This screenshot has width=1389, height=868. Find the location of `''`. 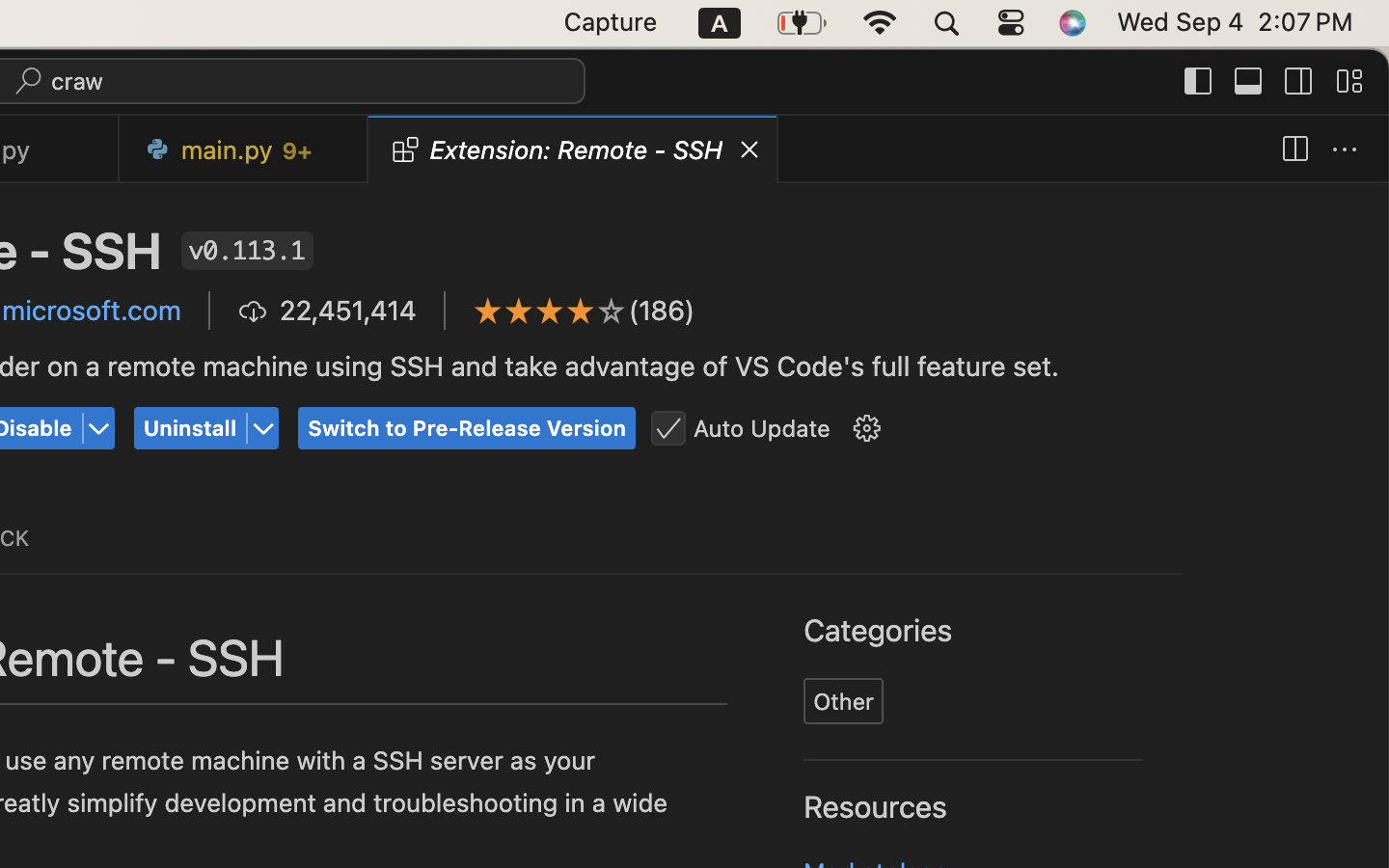

'' is located at coordinates (1248, 79).